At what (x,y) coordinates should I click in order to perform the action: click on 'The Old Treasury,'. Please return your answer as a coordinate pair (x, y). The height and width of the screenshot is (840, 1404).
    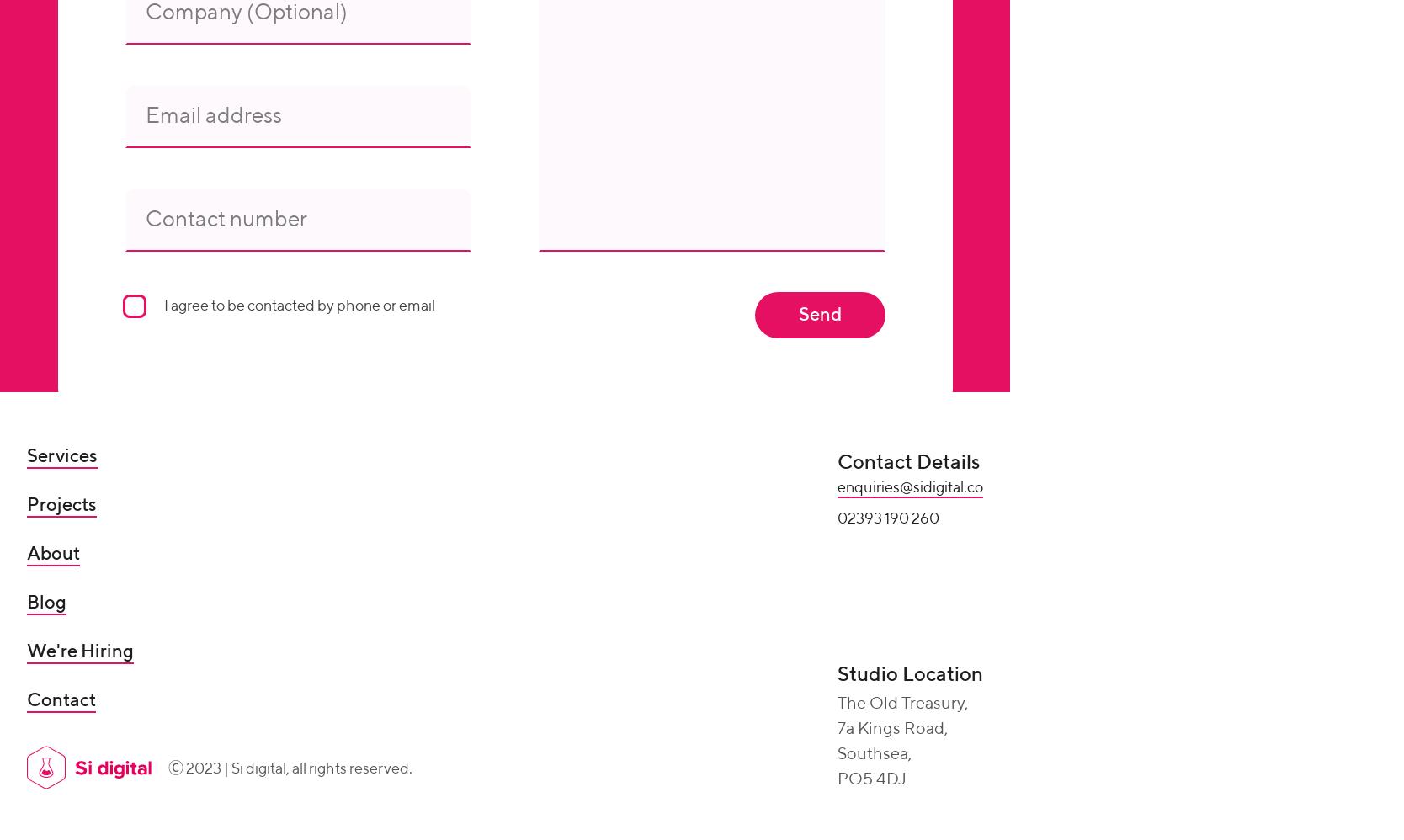
    Looking at the image, I should click on (837, 704).